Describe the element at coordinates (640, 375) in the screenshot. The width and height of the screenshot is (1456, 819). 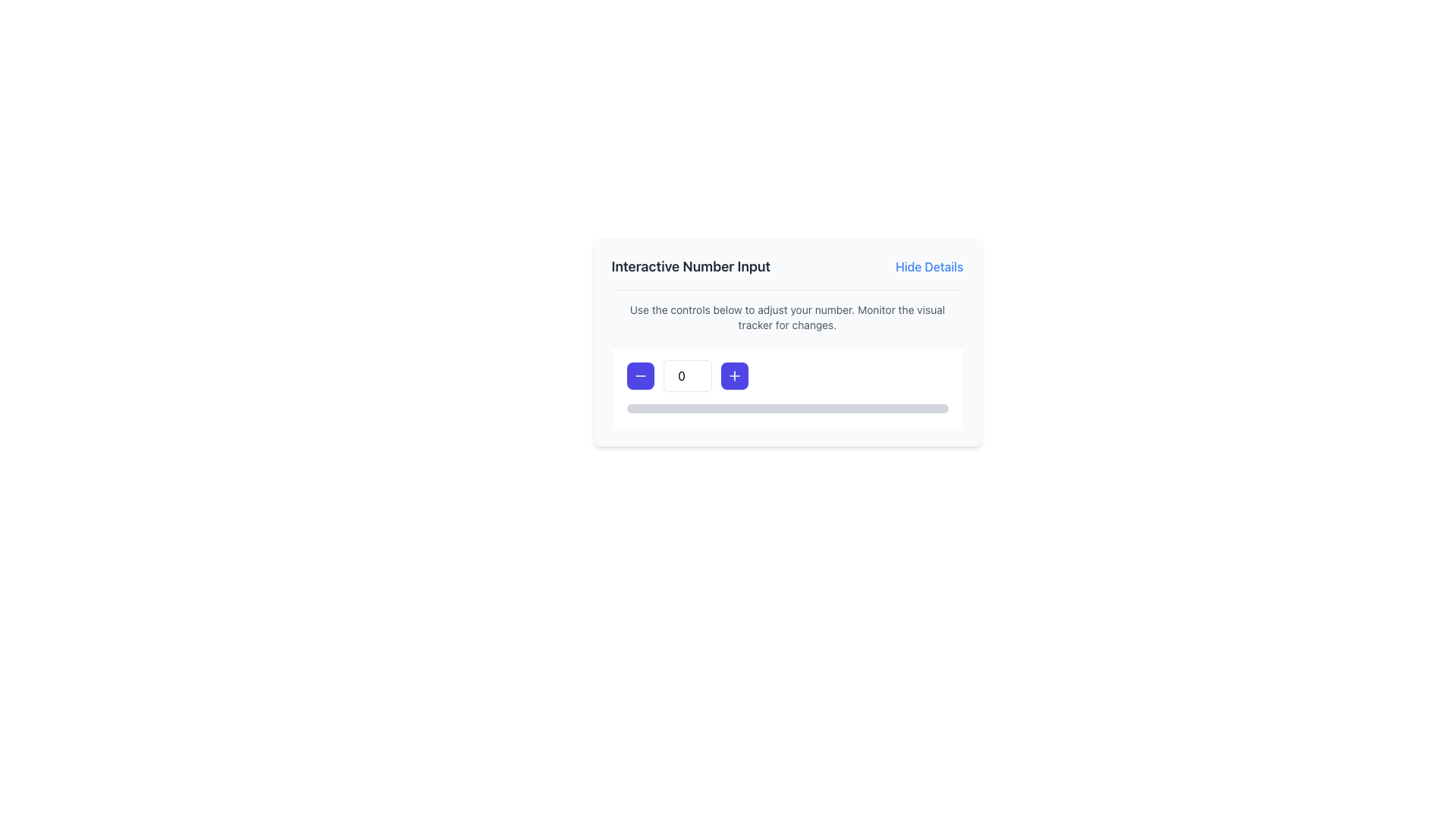
I see `the leftmost square button with a deep indigo background and a white minus icon to decrease the number` at that location.